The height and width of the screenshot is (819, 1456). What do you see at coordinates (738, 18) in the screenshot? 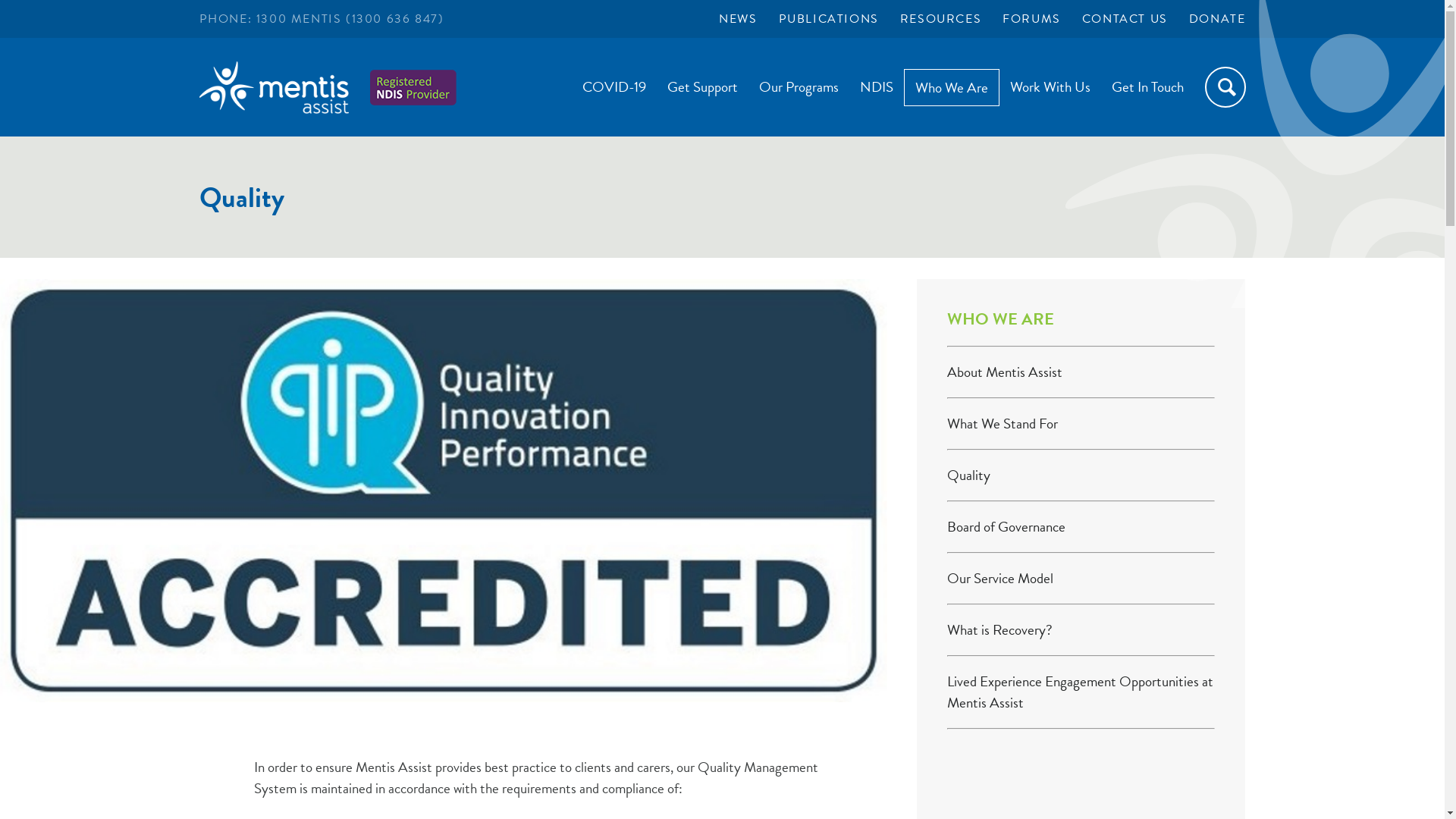
I see `'NEWS'` at bounding box center [738, 18].